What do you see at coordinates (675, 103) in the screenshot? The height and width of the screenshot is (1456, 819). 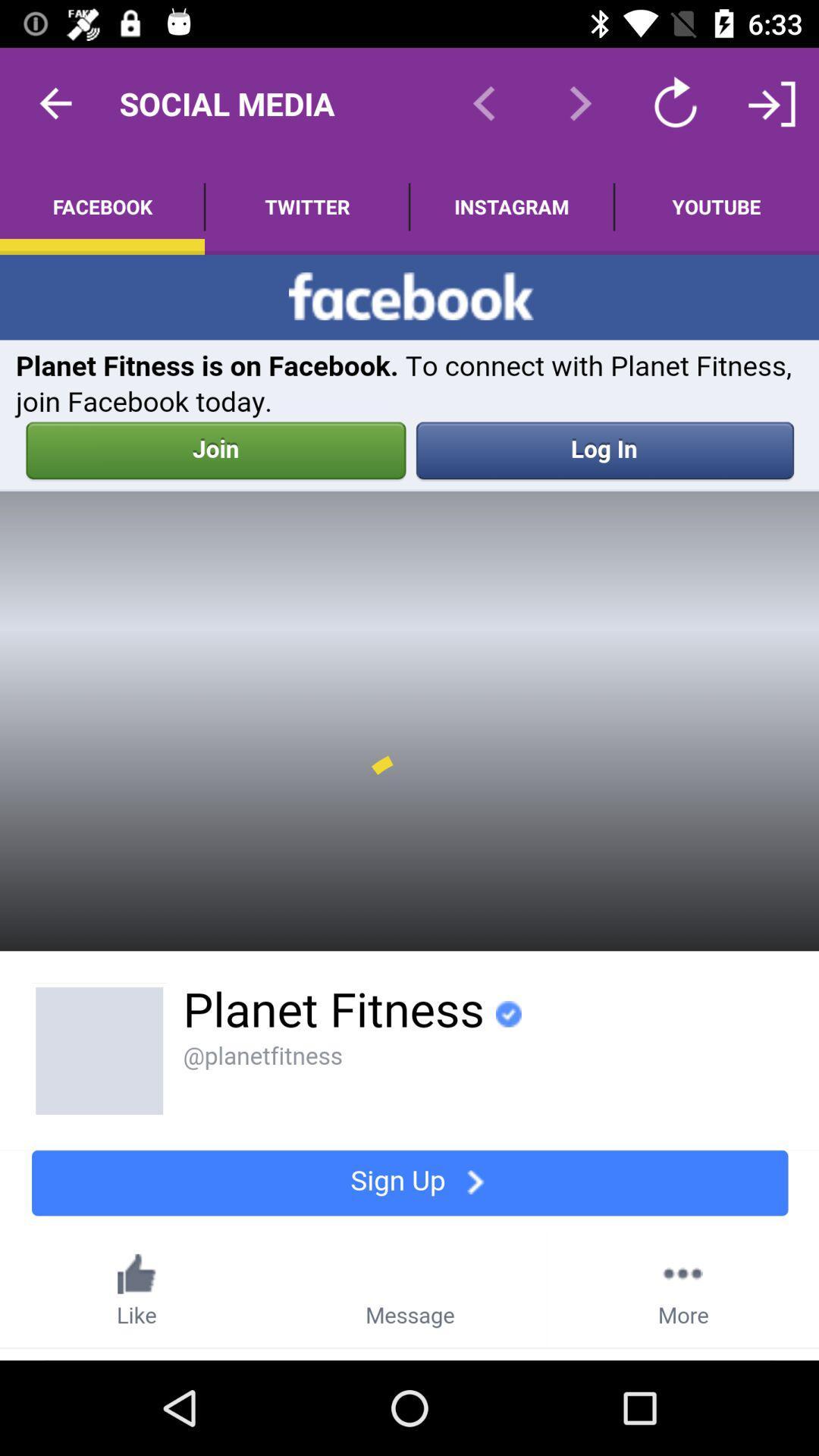 I see `refresh icon which is at the top of the page` at bounding box center [675, 103].